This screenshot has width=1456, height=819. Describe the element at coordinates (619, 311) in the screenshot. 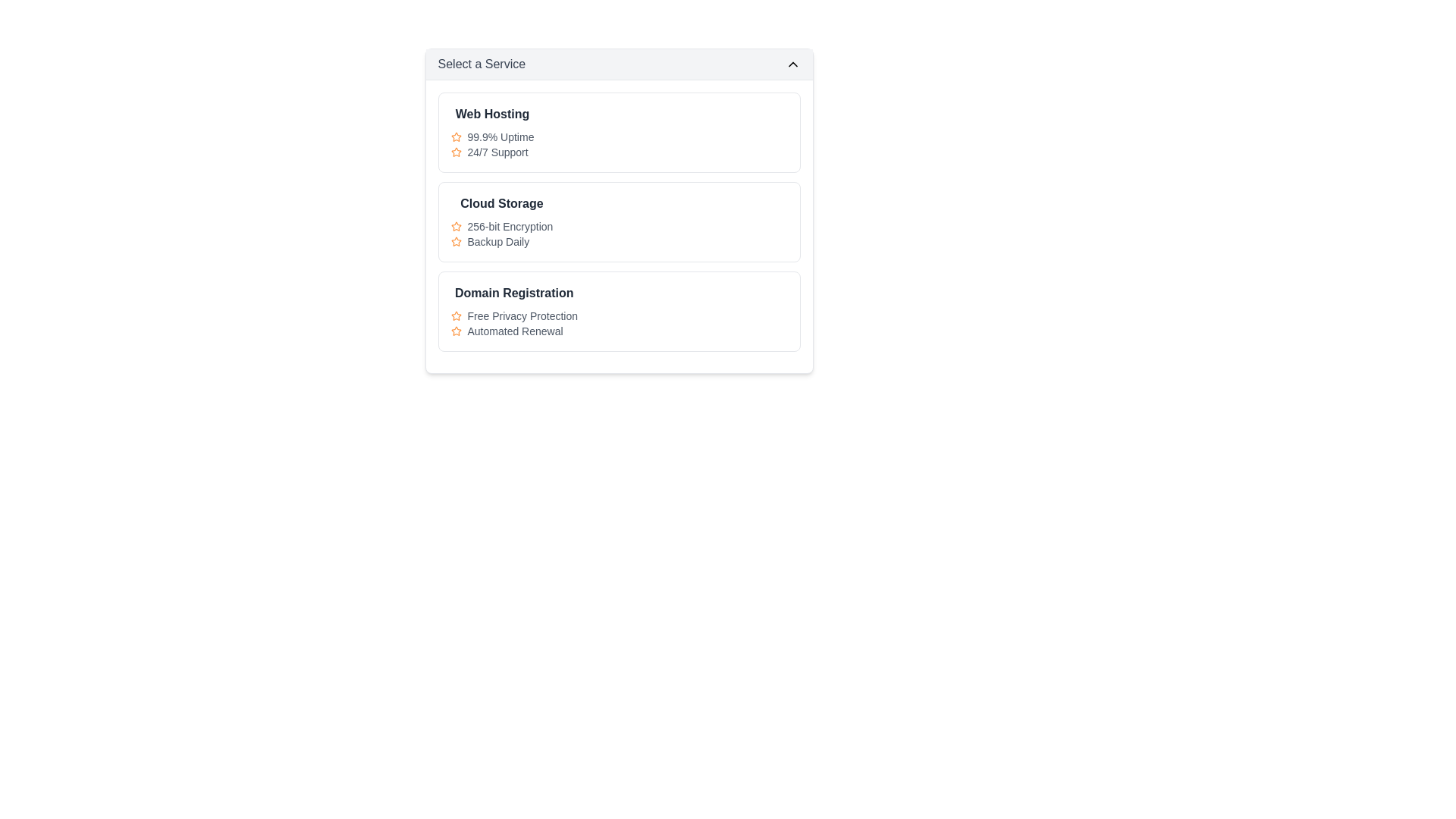

I see `the 'Domain Registration' option in the 'Select a Service' menu` at that location.